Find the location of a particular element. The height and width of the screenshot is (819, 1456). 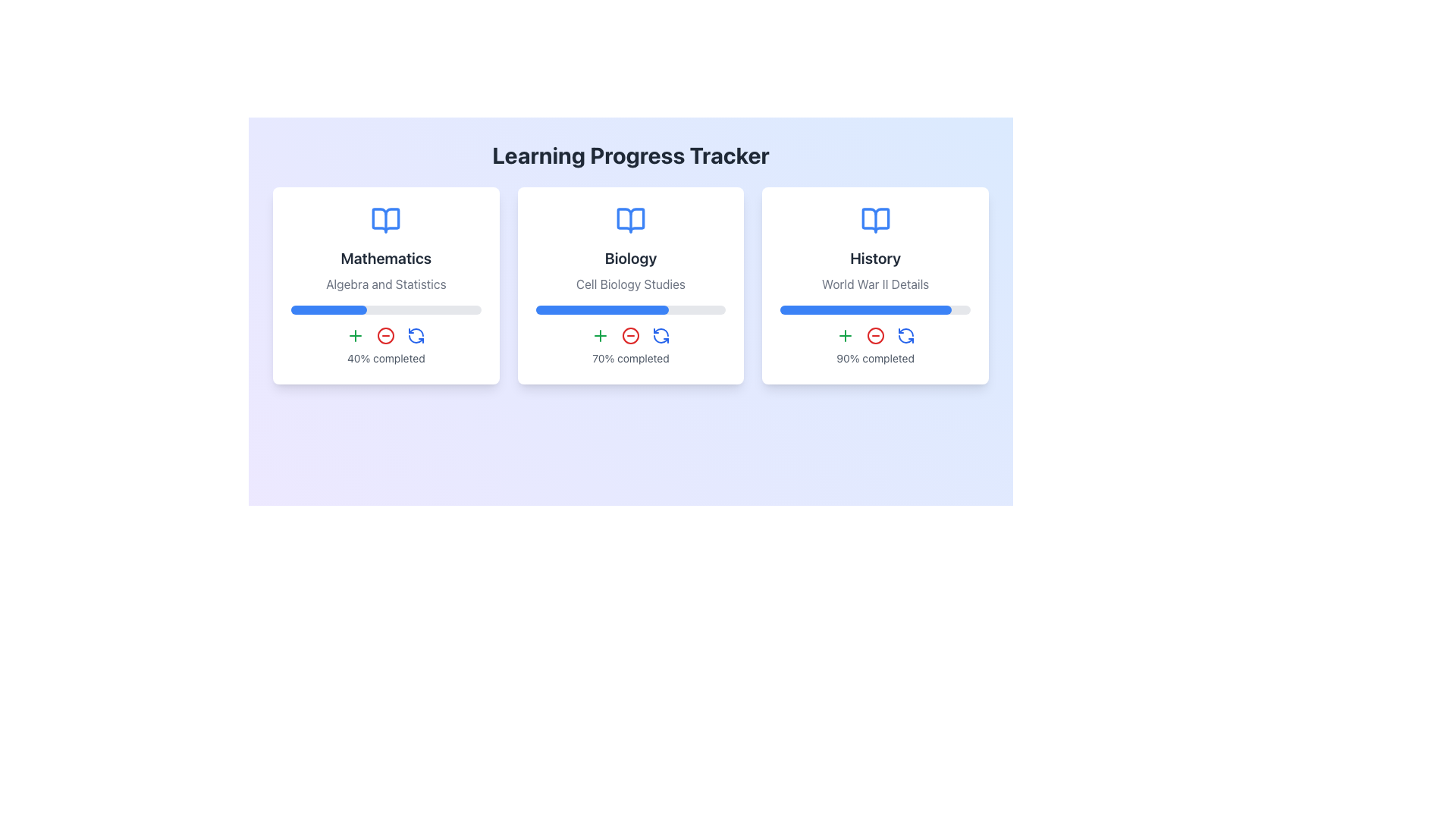

label displaying 'Learning Progress Tracker' which is a bold, large text centered at the top of the interface is located at coordinates (630, 155).